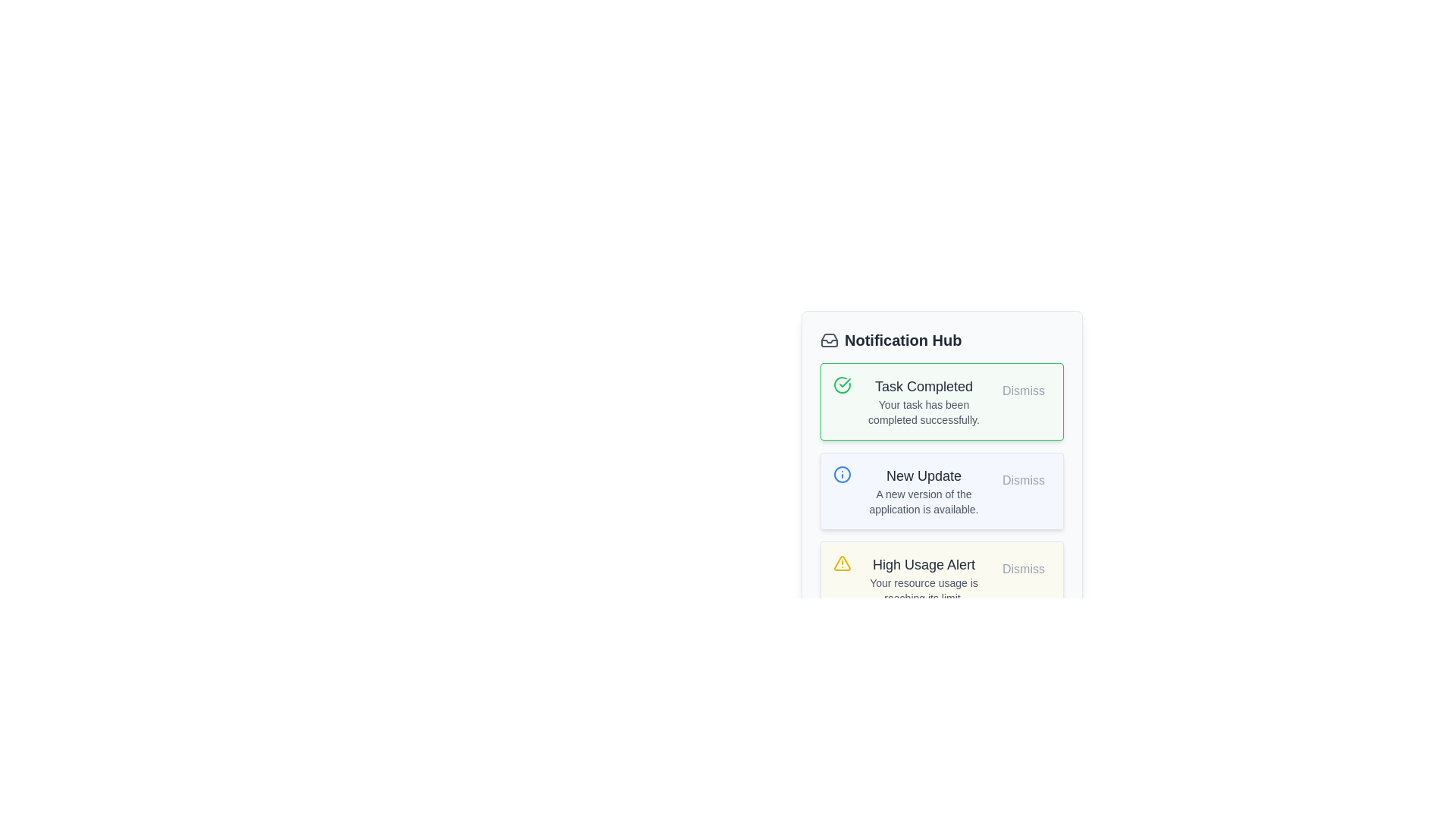 The width and height of the screenshot is (1456, 819). Describe the element at coordinates (829, 339) in the screenshot. I see `the second icon fragment within the 'Notification Hub' header section, which visually represents a mailbox or notification inbox` at that location.